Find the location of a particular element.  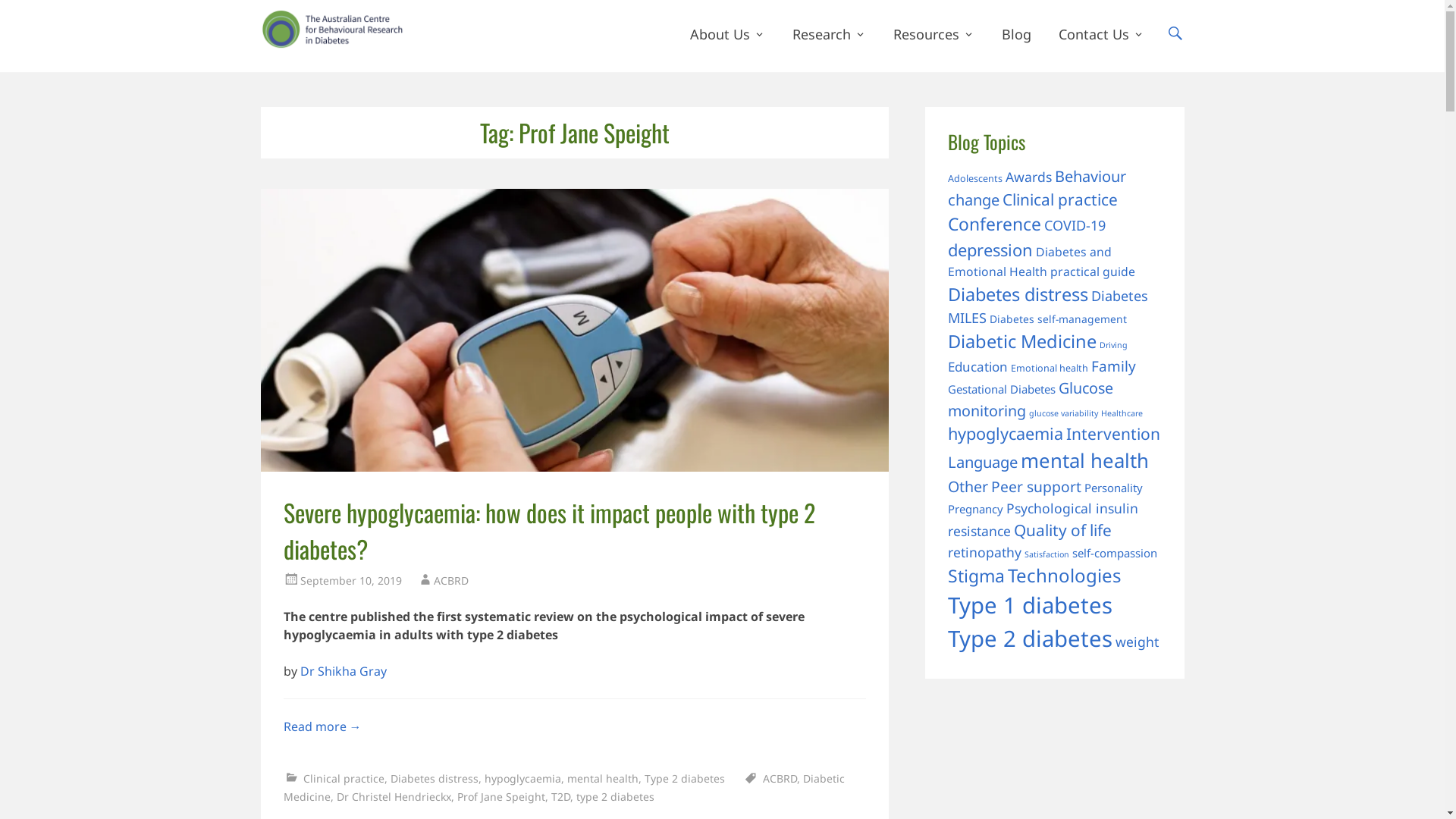

'Quality of life' is located at coordinates (1062, 529).